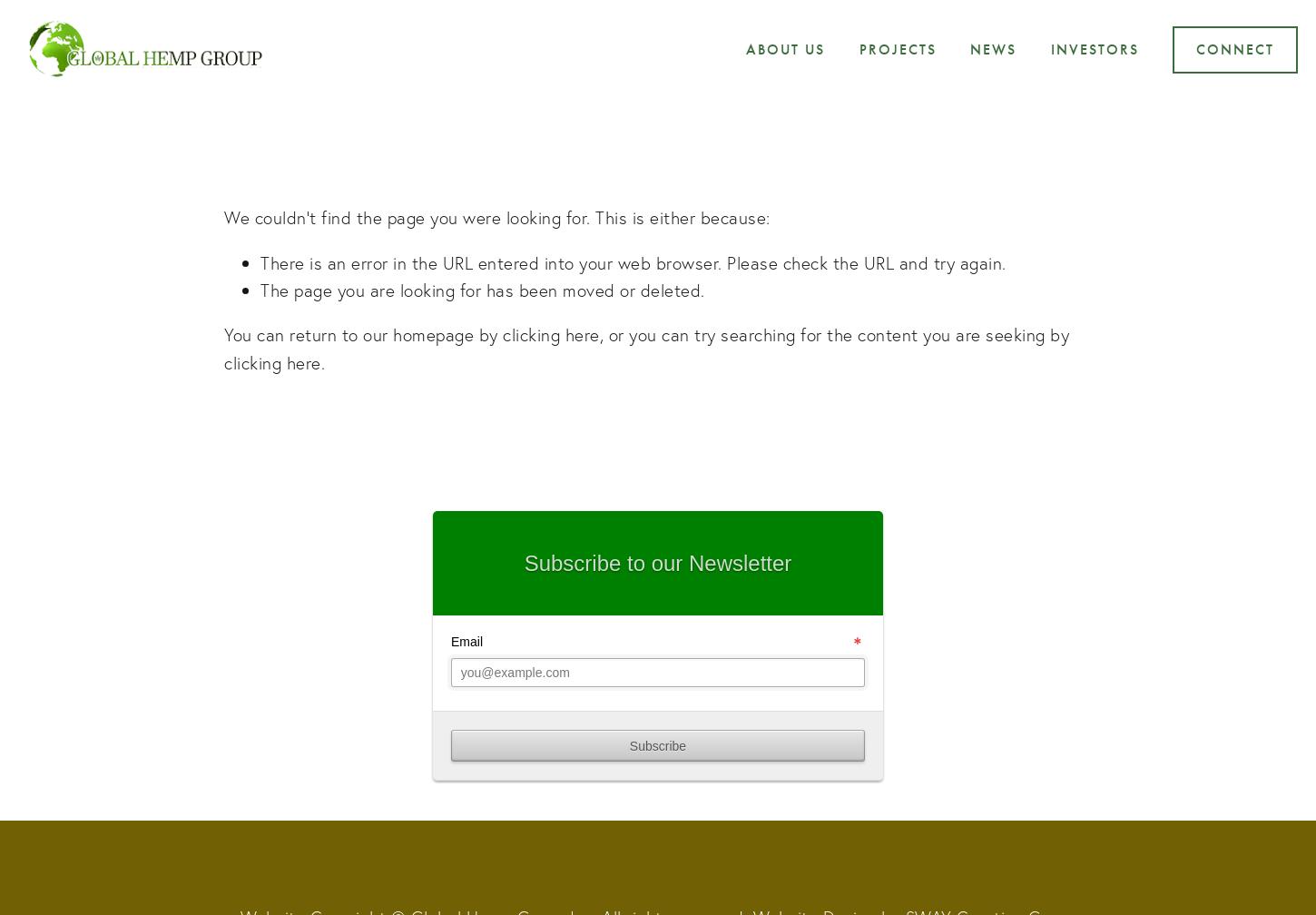 The width and height of the screenshot is (1316, 915). What do you see at coordinates (362, 334) in the screenshot?
I see `'You can return to our homepage by'` at bounding box center [362, 334].